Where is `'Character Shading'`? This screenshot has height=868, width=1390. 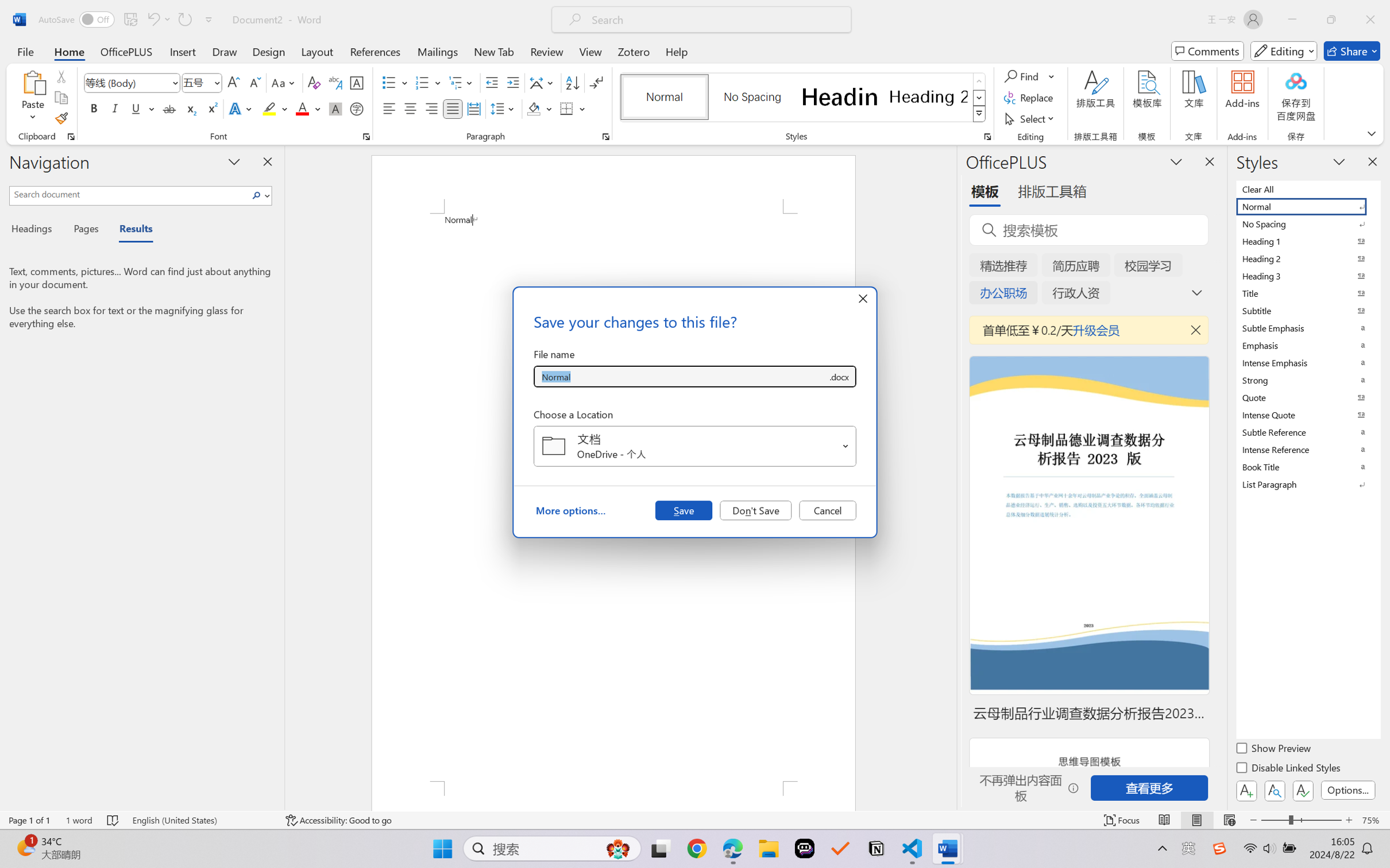
'Character Shading' is located at coordinates (334, 108).